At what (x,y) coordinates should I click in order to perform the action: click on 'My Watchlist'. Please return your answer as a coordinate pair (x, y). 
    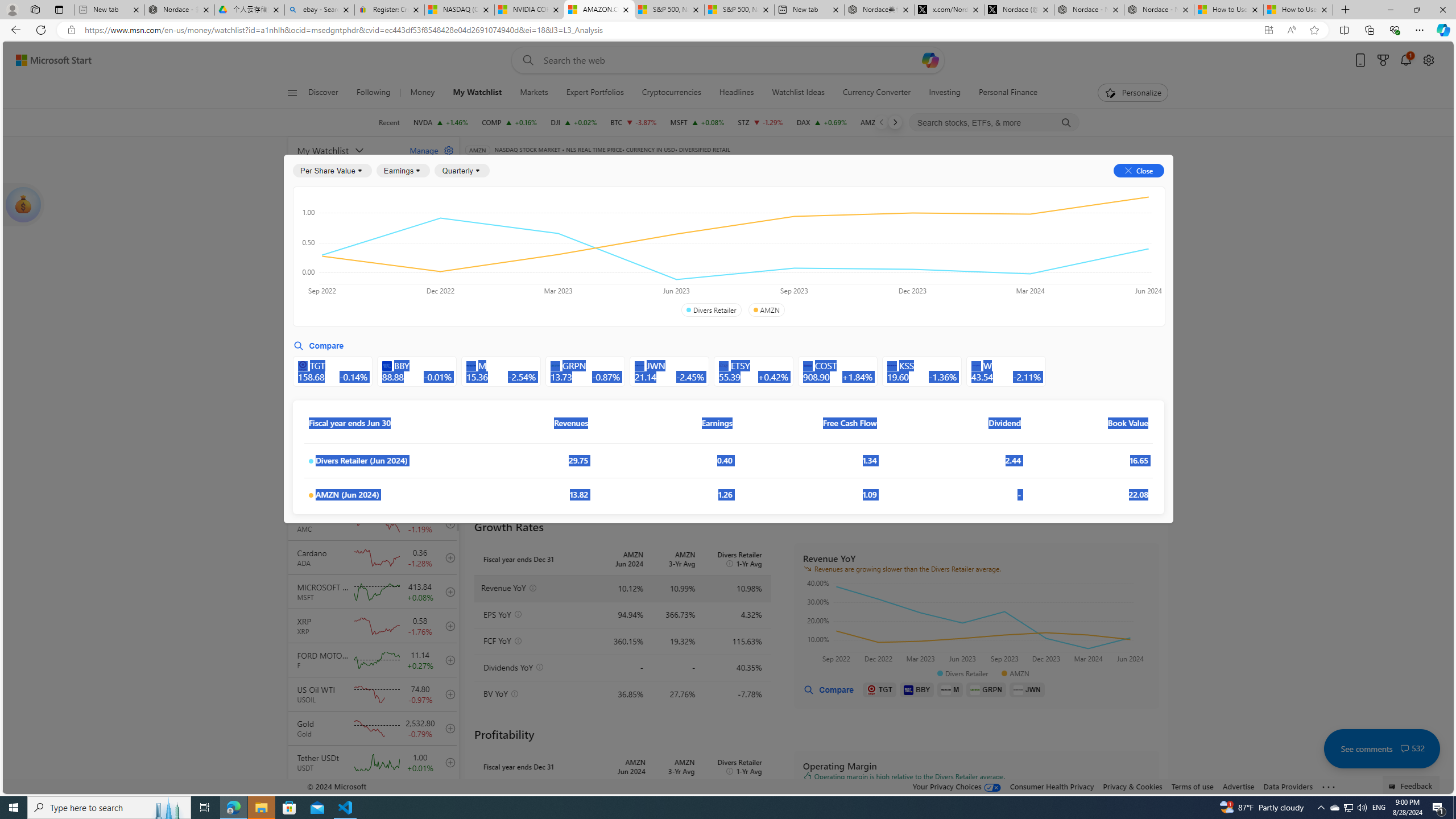
    Looking at the image, I should click on (346, 150).